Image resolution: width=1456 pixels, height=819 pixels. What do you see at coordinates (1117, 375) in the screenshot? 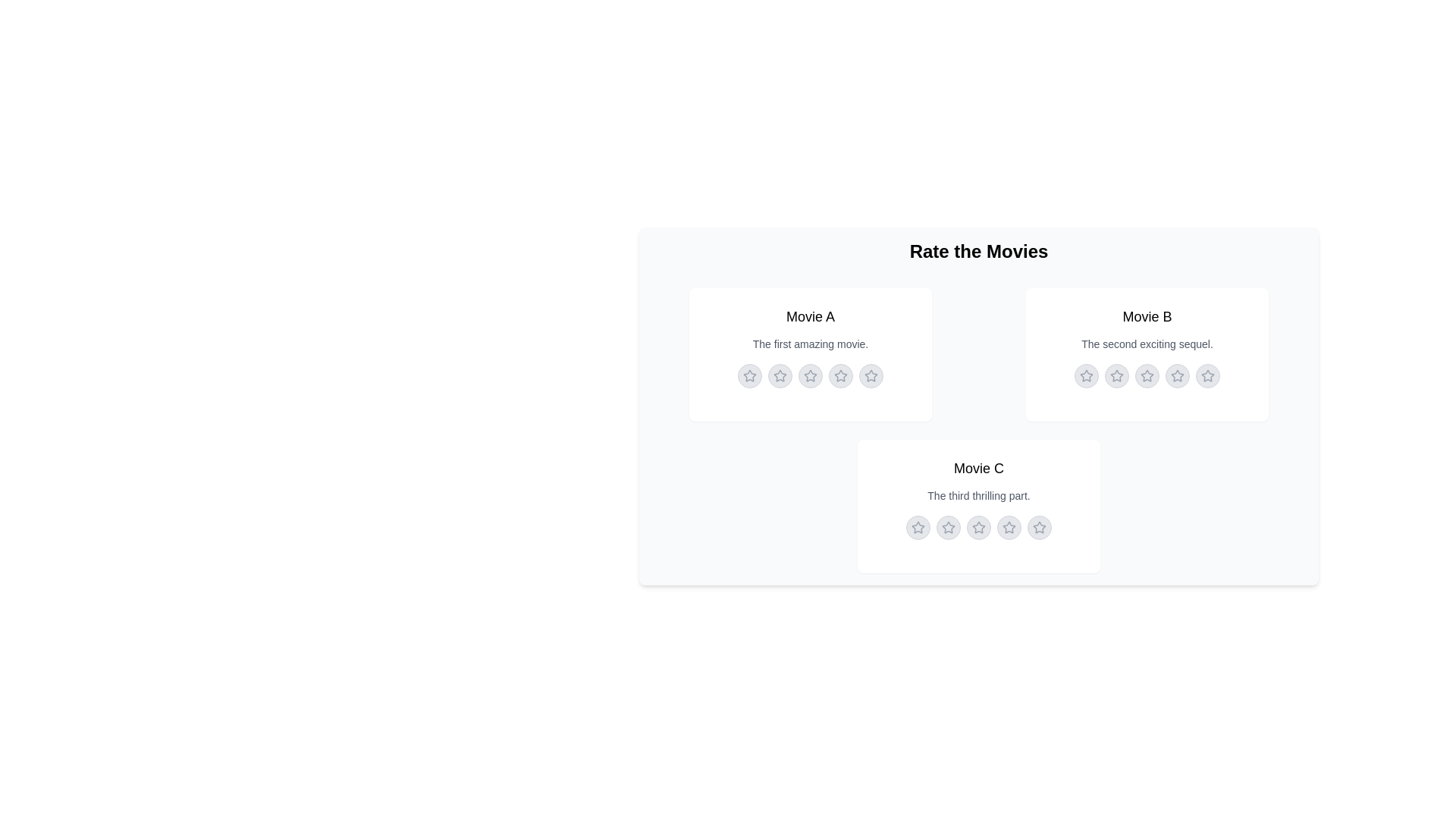
I see `the first gray hollow star icon in the group of five located under the 'Movie B' card` at bounding box center [1117, 375].